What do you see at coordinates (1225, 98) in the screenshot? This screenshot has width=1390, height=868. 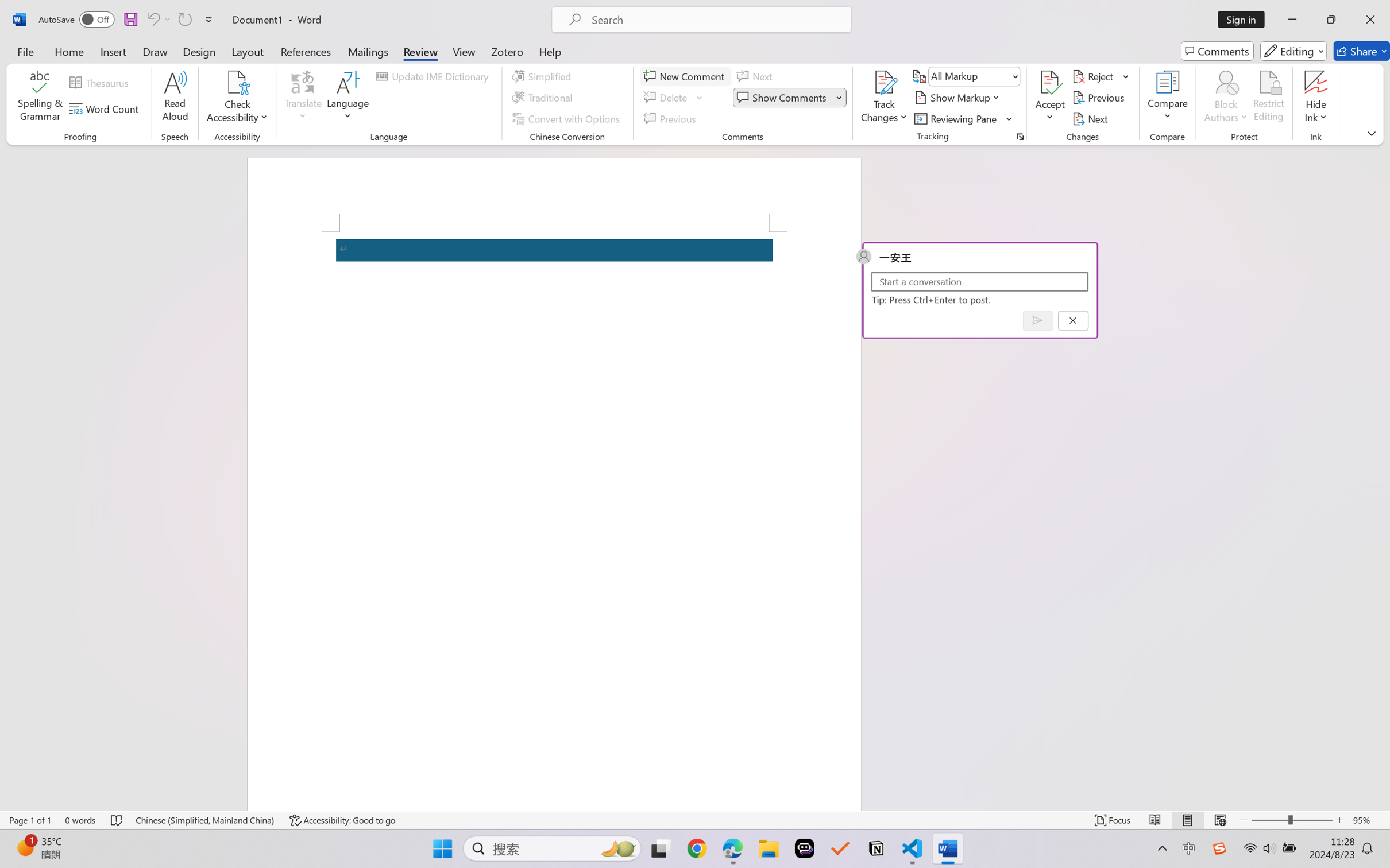 I see `'Block Authors'` at bounding box center [1225, 98].